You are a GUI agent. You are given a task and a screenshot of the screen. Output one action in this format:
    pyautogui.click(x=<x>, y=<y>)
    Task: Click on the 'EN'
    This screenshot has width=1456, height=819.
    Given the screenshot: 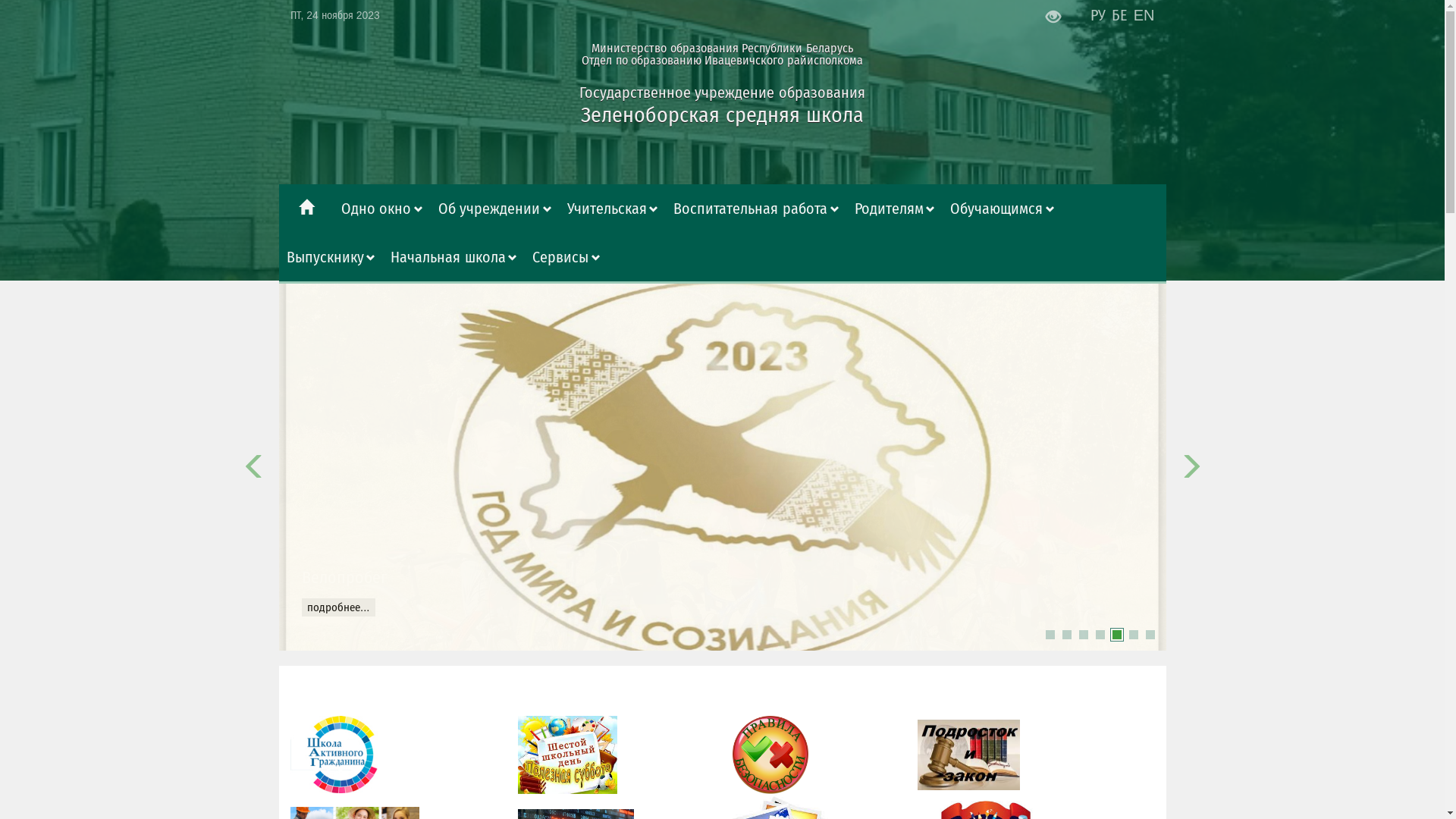 What is the action you would take?
    pyautogui.click(x=1144, y=14)
    